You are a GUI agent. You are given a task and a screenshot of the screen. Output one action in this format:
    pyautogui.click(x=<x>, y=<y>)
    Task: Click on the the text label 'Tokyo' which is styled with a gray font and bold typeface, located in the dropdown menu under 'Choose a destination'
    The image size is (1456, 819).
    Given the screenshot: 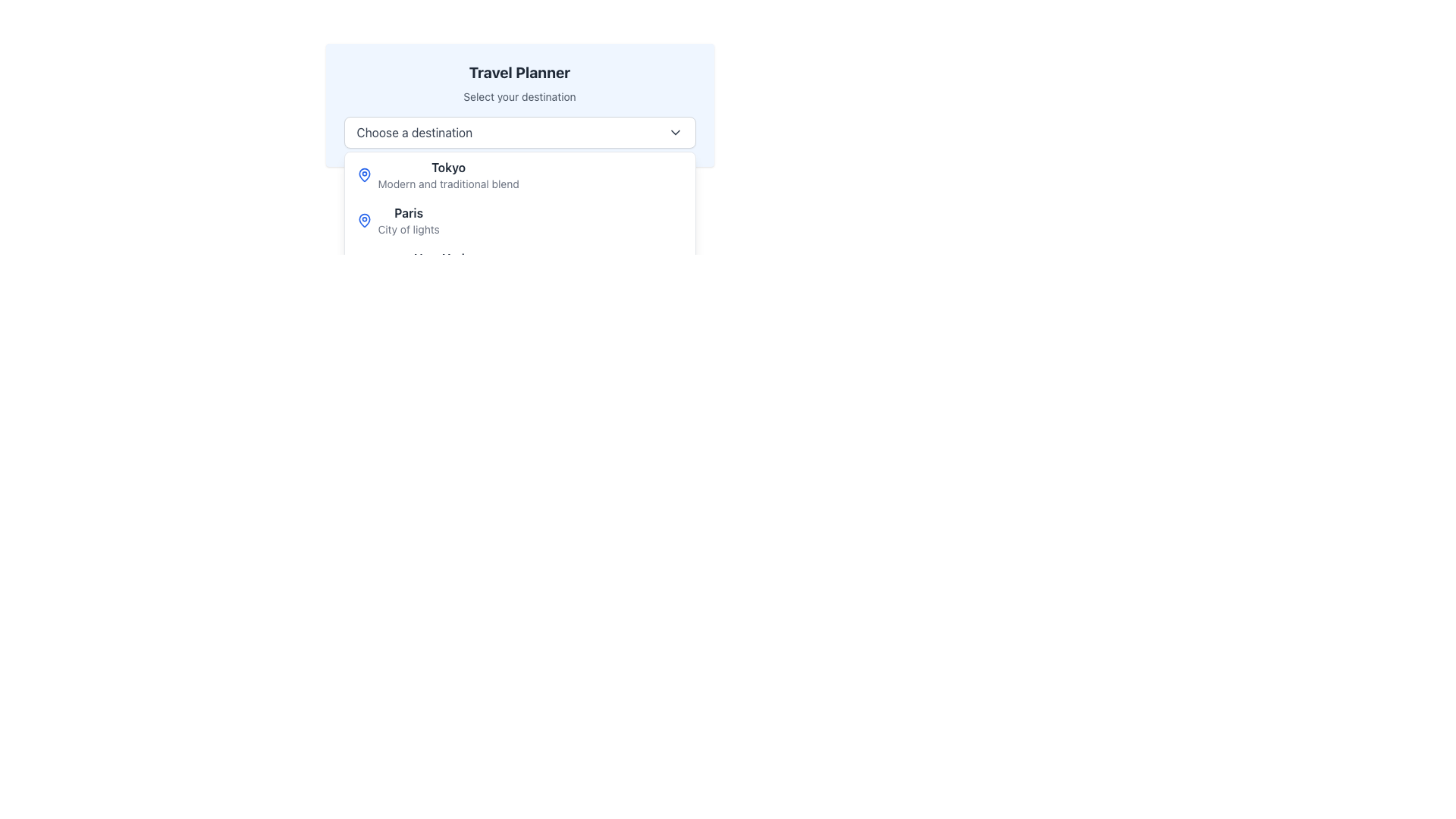 What is the action you would take?
    pyautogui.click(x=447, y=167)
    